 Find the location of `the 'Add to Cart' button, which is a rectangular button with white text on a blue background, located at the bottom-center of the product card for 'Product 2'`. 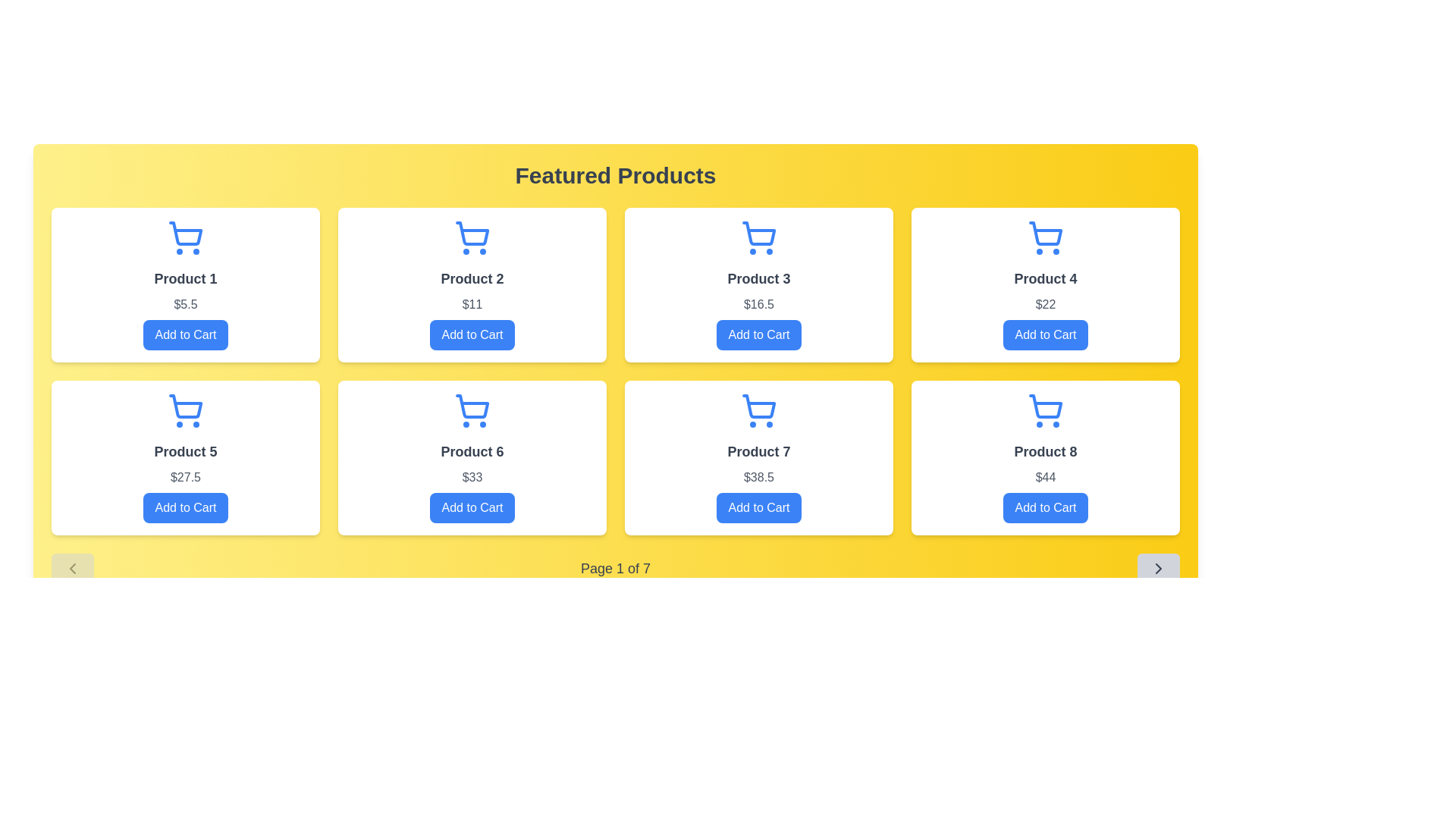

the 'Add to Cart' button, which is a rectangular button with white text on a blue background, located at the bottom-center of the product card for 'Product 2' is located at coordinates (472, 334).